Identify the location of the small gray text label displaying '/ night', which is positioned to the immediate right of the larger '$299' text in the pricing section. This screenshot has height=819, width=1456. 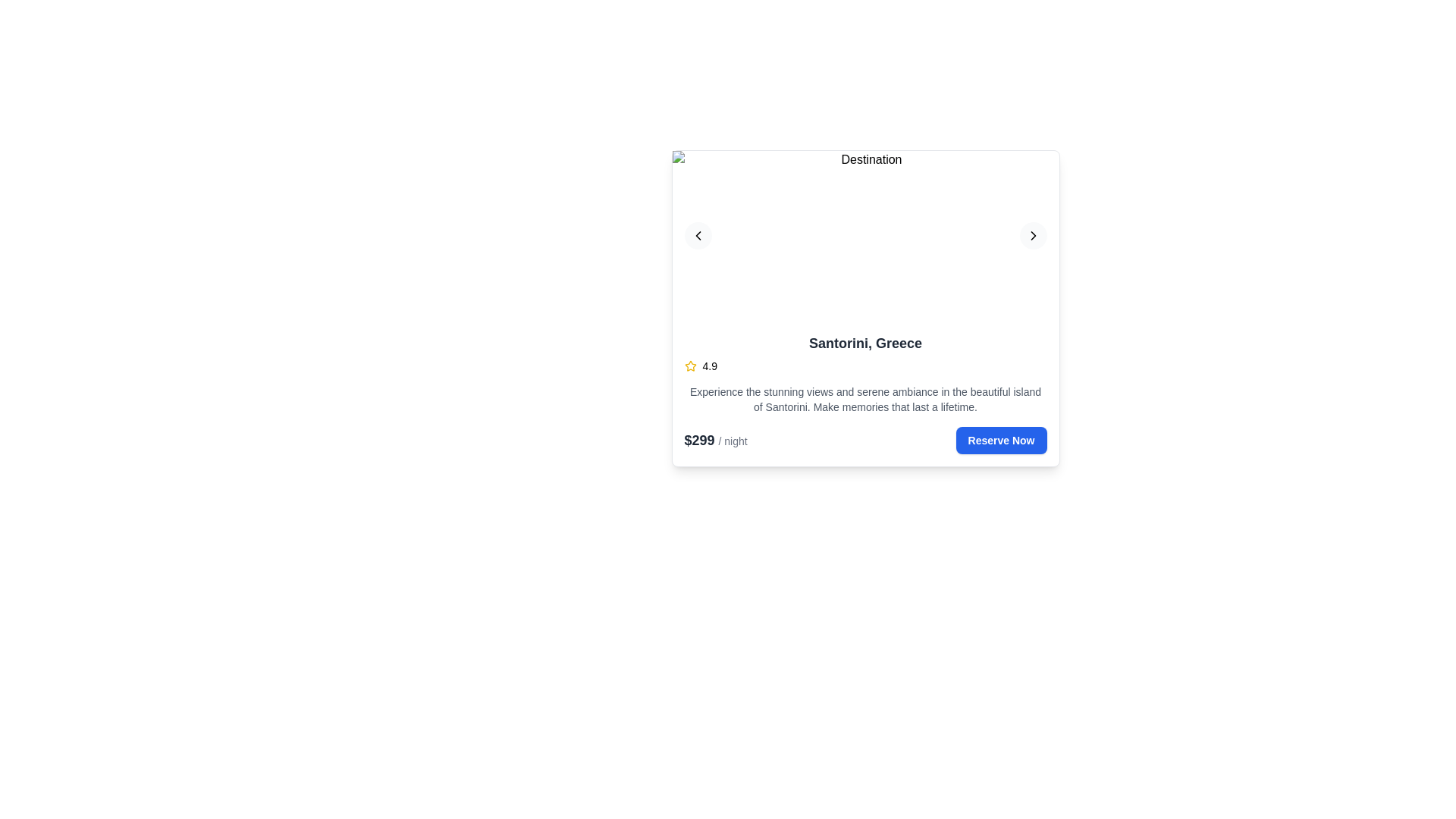
(733, 441).